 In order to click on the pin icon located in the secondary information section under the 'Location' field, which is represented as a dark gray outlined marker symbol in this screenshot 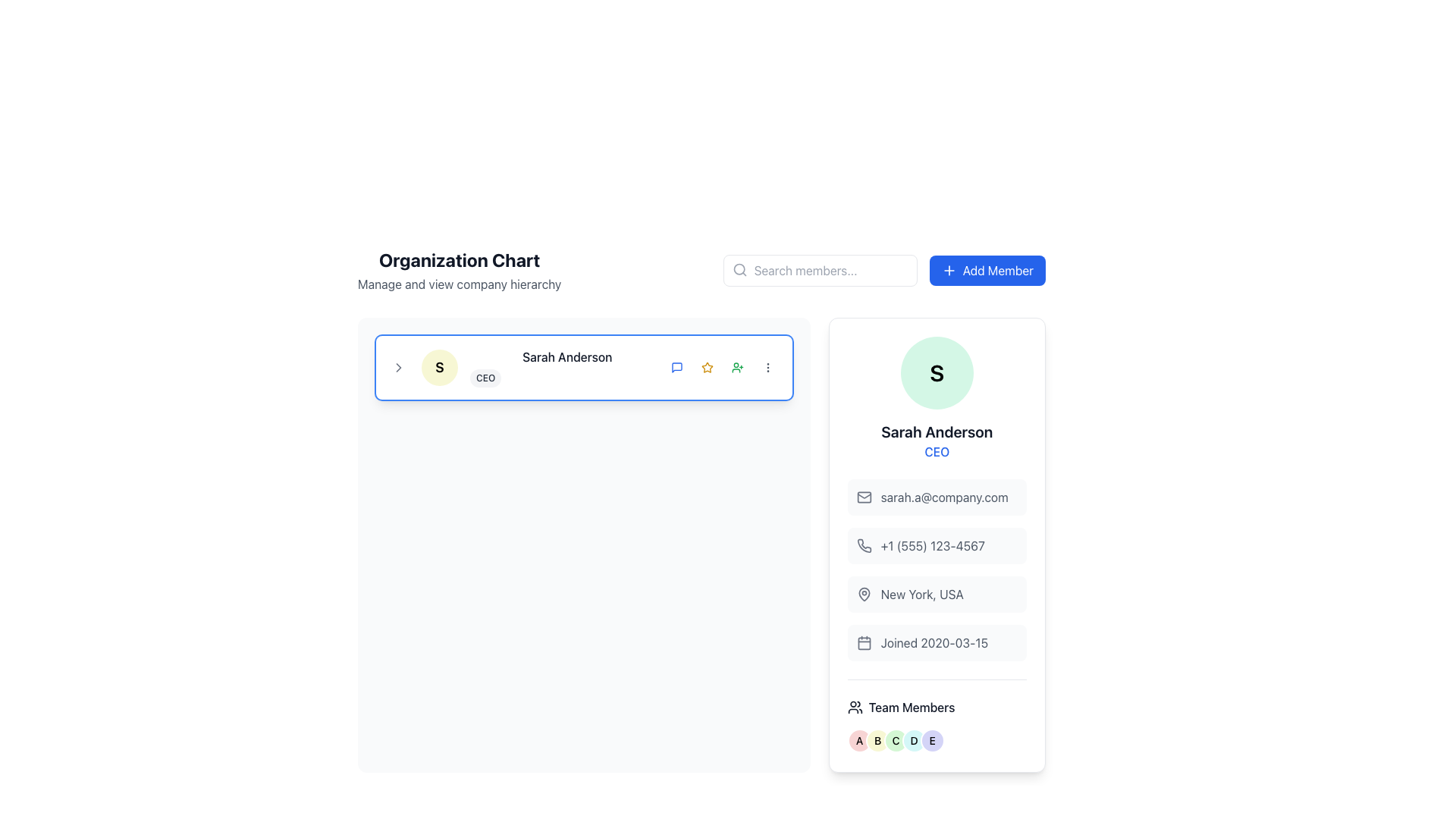, I will do `click(864, 593)`.